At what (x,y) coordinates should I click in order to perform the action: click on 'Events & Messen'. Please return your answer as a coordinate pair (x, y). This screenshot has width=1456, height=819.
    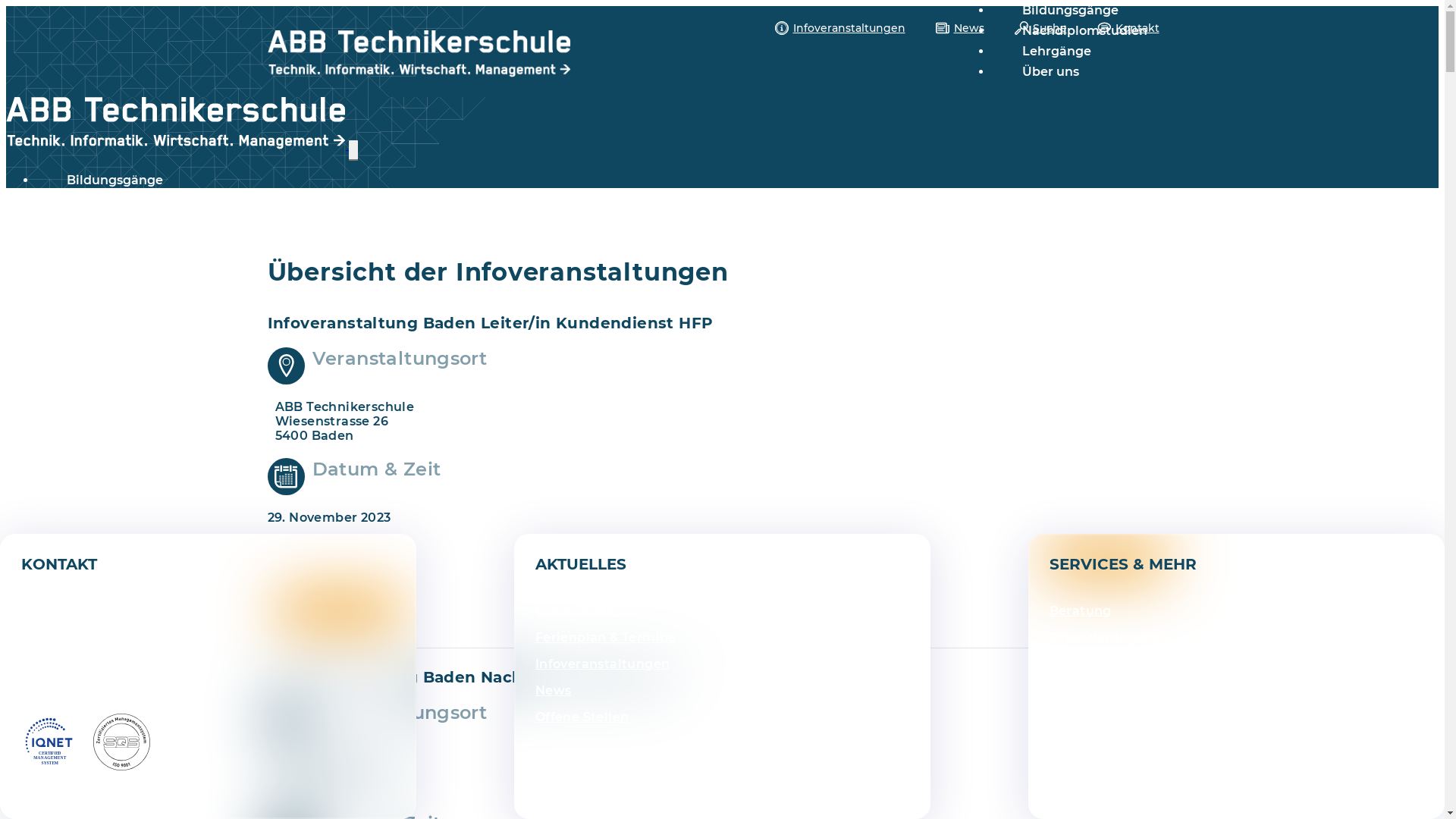
    Looking at the image, I should click on (588, 610).